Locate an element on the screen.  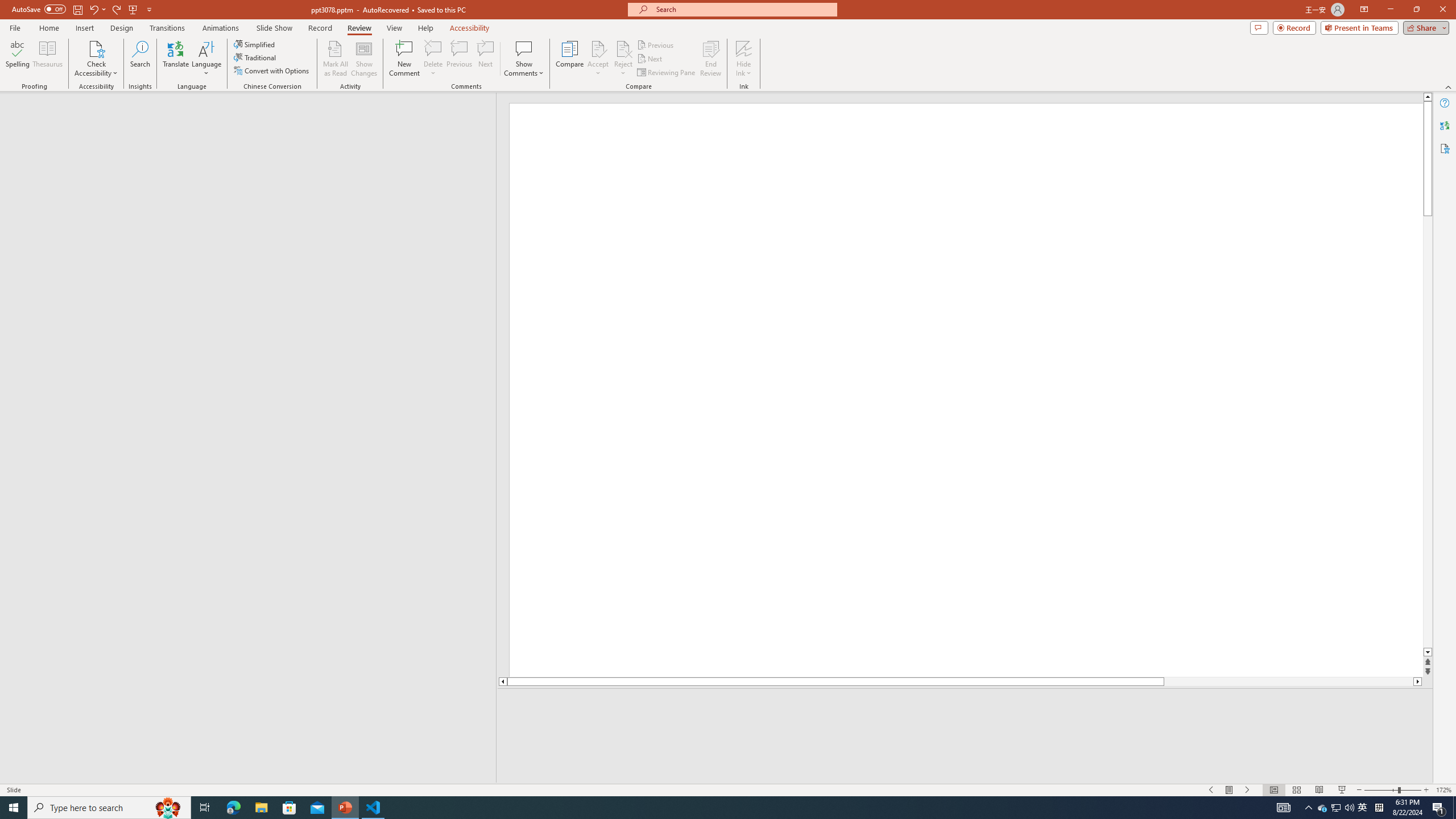
'Zoom 172%' is located at coordinates (1443, 790).